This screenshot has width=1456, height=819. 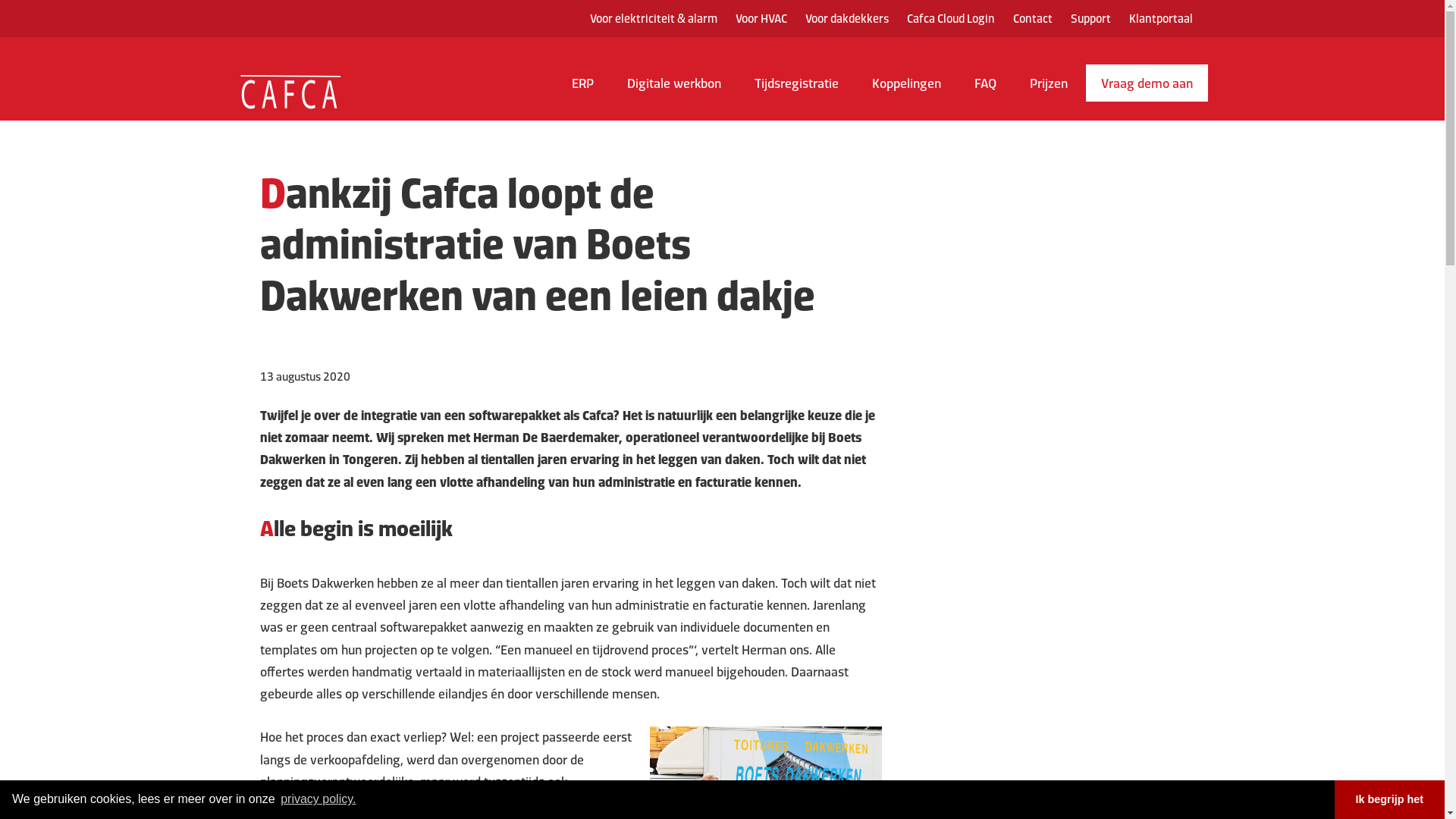 What do you see at coordinates (268, 90) in the screenshot?
I see `'Home'` at bounding box center [268, 90].